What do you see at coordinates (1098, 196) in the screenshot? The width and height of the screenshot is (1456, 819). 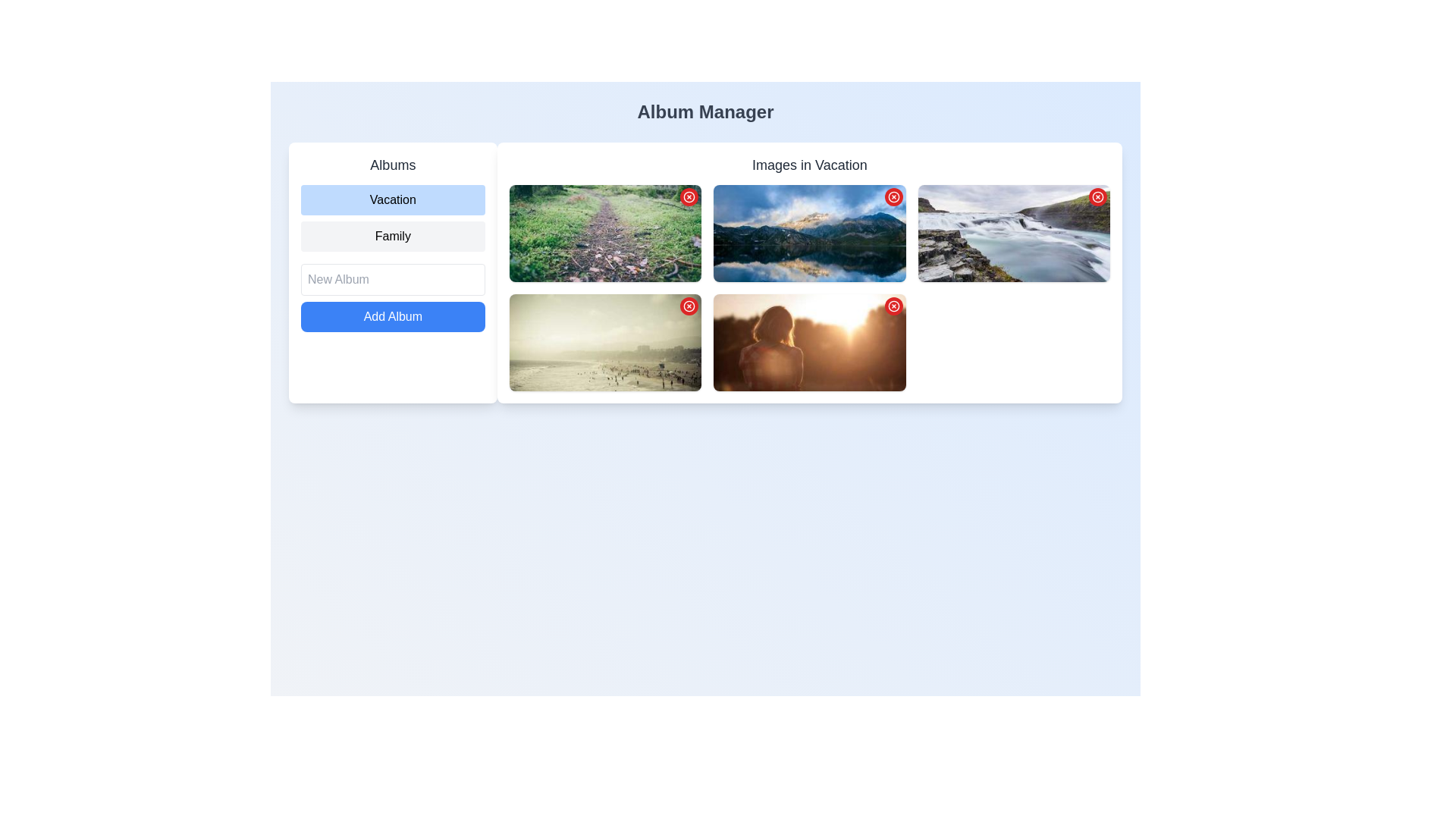 I see `the delete icon located at the top-right corner of the second image in the second row of the 'Images in Vacation' section` at bounding box center [1098, 196].